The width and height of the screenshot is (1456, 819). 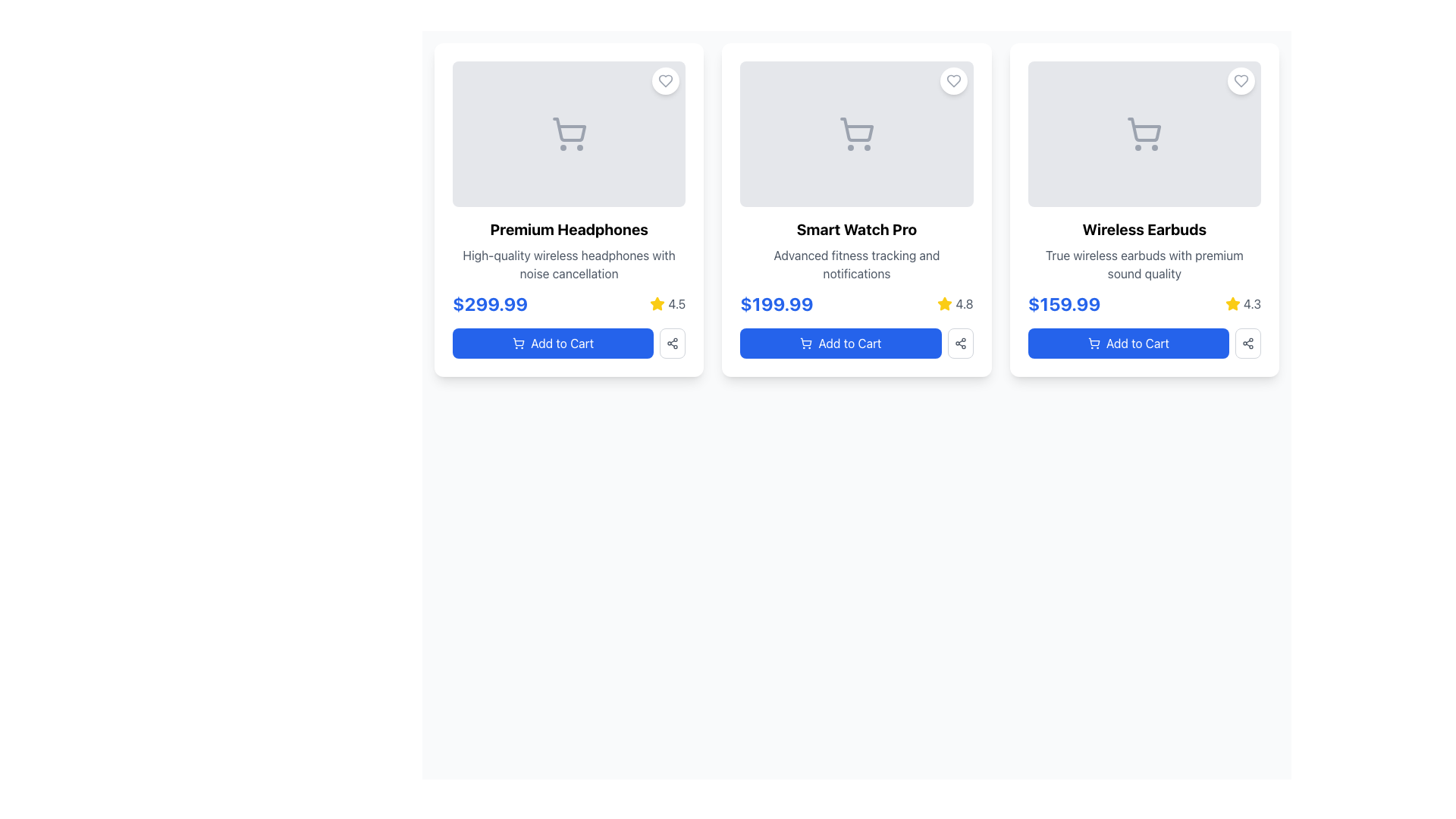 What do you see at coordinates (1144, 263) in the screenshot?
I see `the gray-colored text block that reads 'True wireless earbuds with premium sound quality', located in the bottom-middle part of the card layout, directly beneath the 'Wireless Earbuds' title` at bounding box center [1144, 263].